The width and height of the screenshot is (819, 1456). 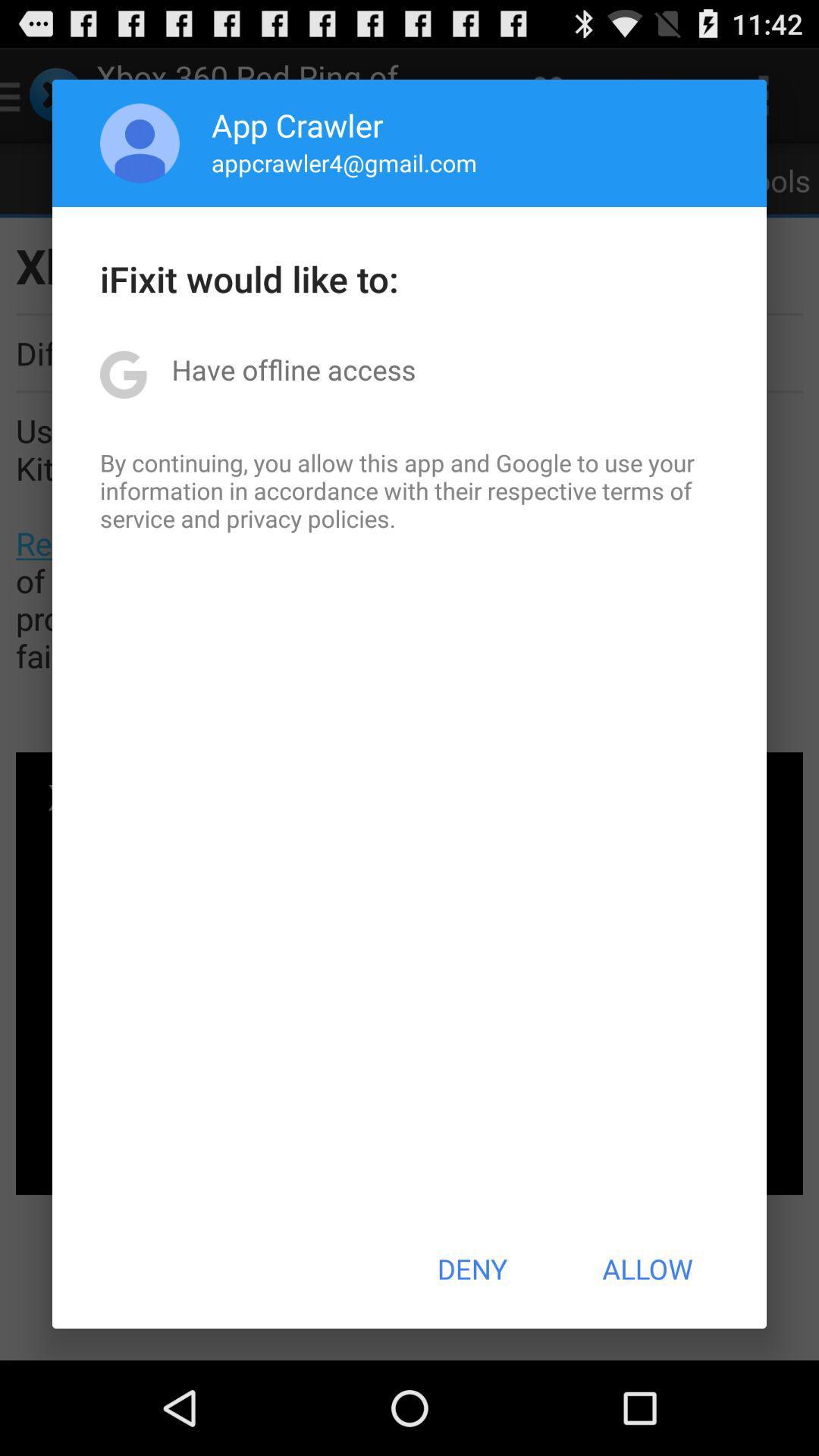 What do you see at coordinates (471, 1269) in the screenshot?
I see `the icon to the left of allow` at bounding box center [471, 1269].